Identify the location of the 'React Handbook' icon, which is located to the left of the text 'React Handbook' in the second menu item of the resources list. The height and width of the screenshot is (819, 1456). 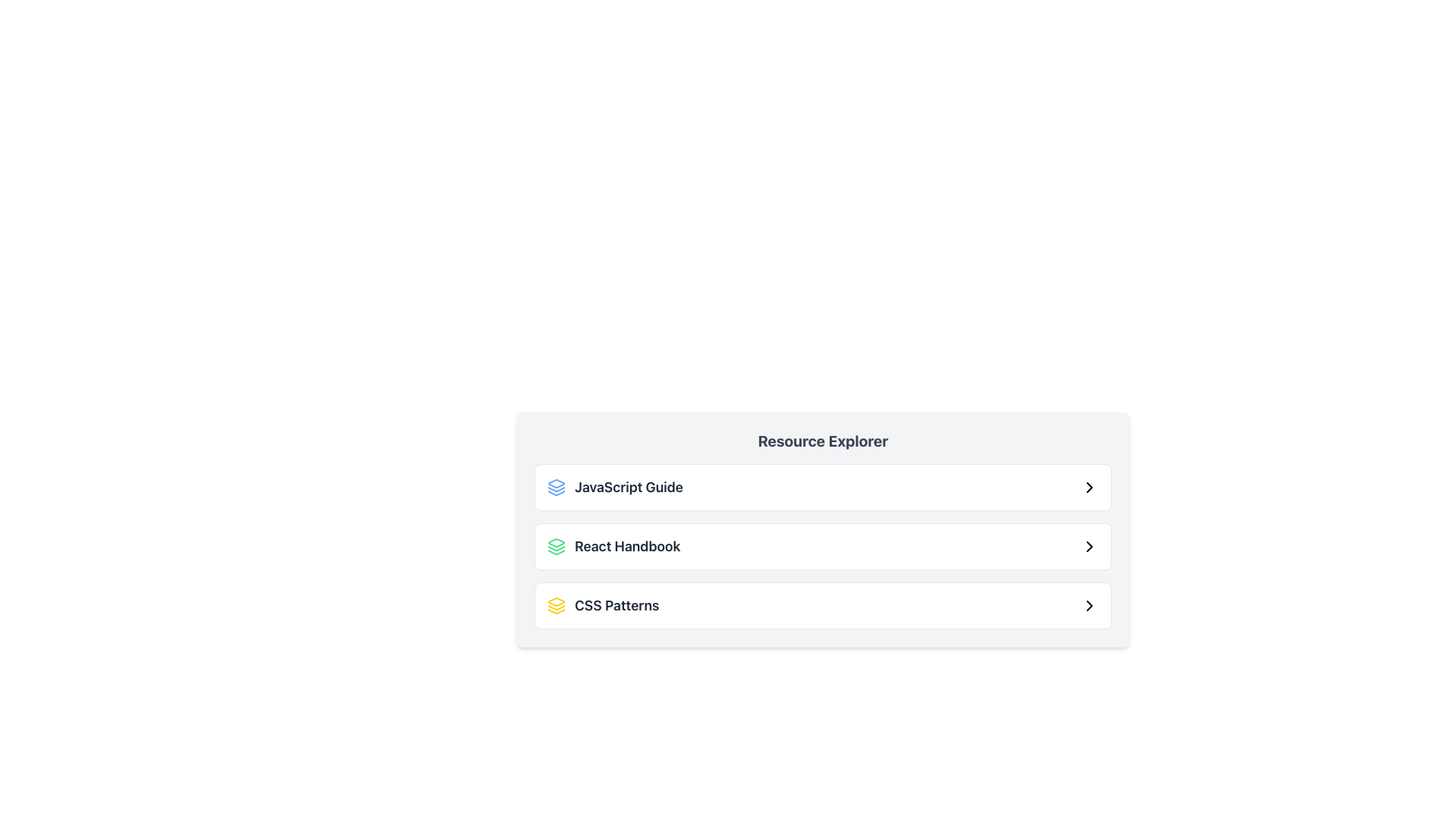
(556, 547).